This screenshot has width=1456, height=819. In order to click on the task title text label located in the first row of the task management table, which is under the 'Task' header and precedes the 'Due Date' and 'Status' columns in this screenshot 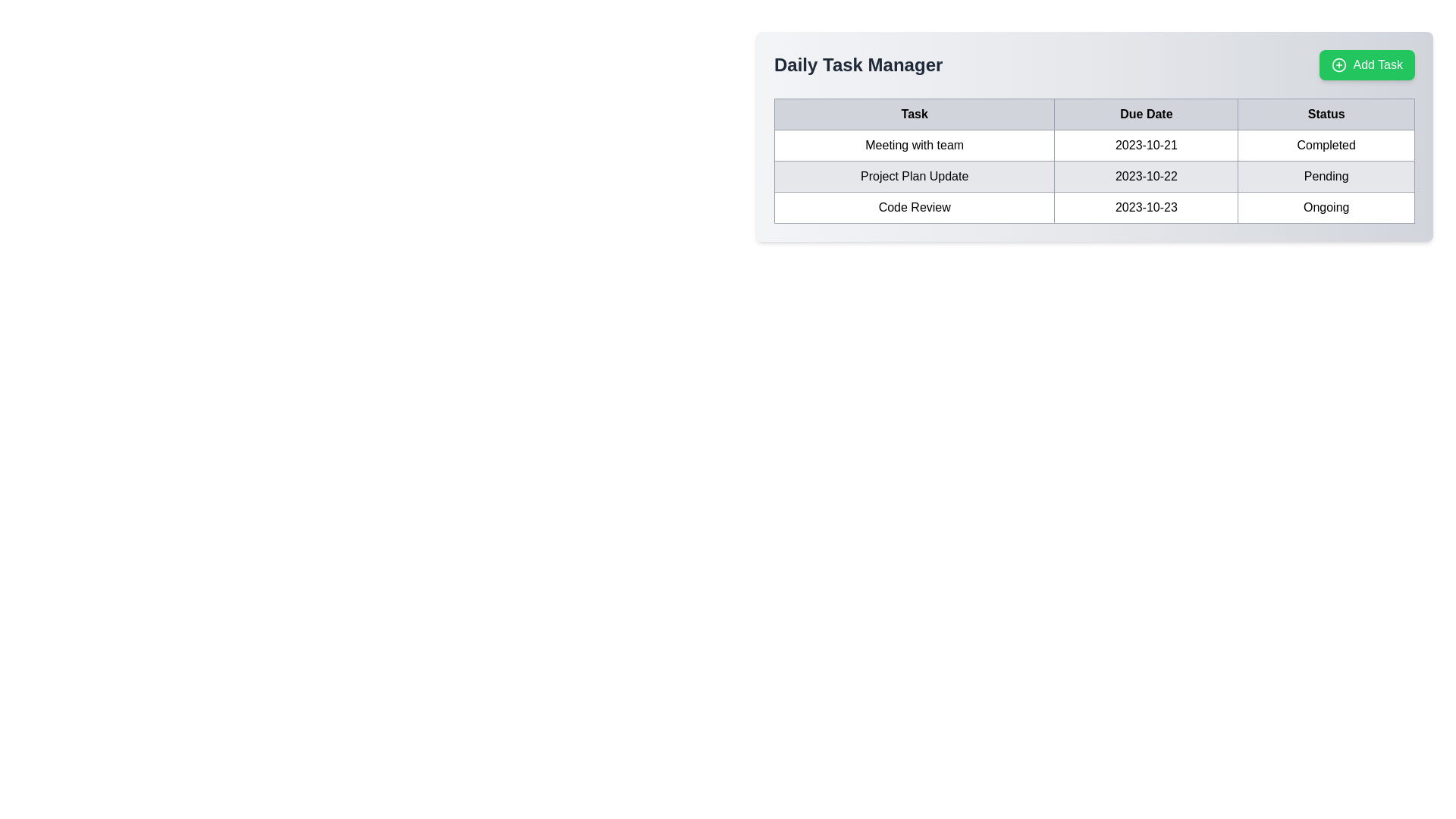, I will do `click(914, 146)`.